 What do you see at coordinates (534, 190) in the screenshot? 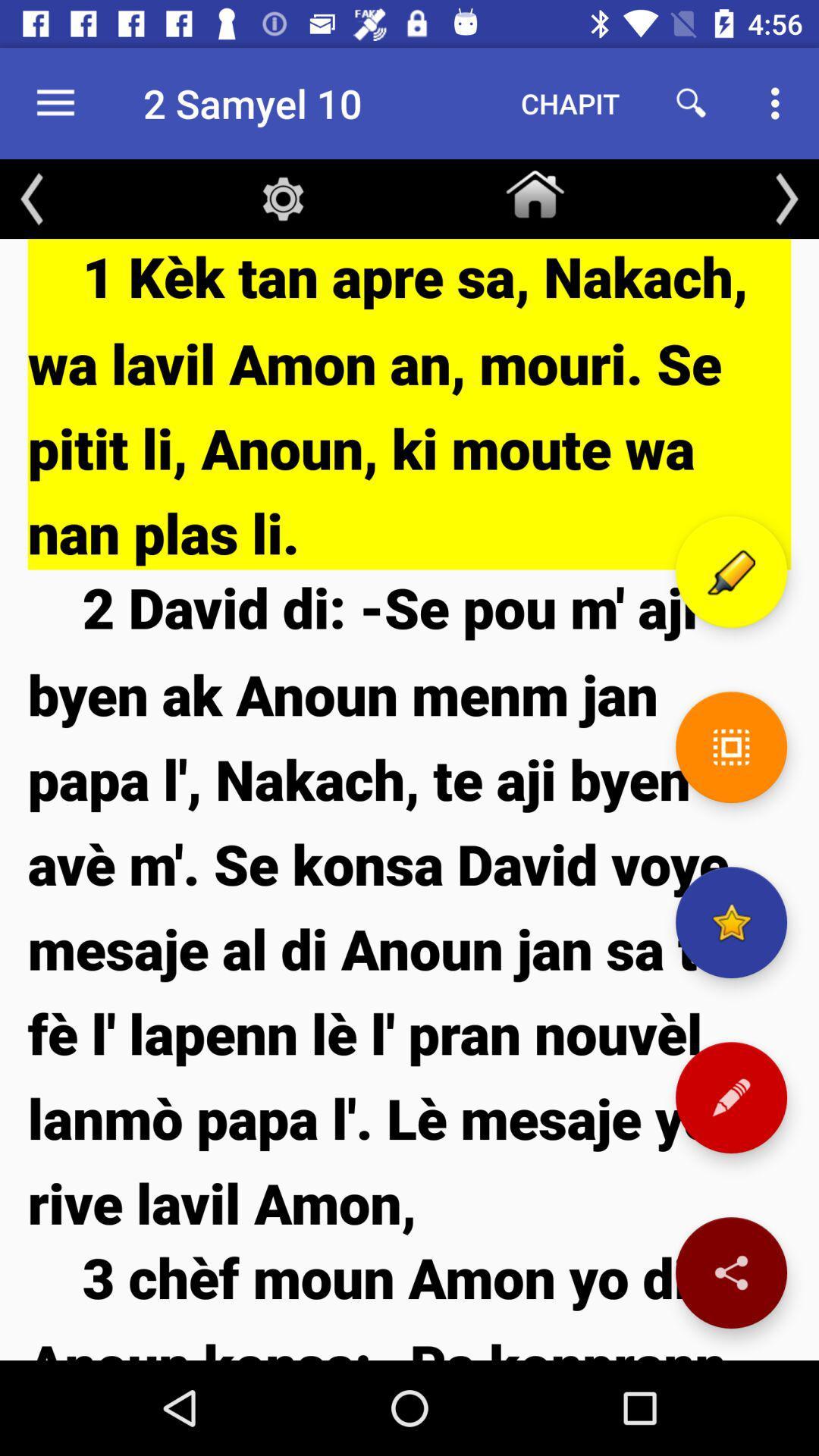
I see `the home icon` at bounding box center [534, 190].